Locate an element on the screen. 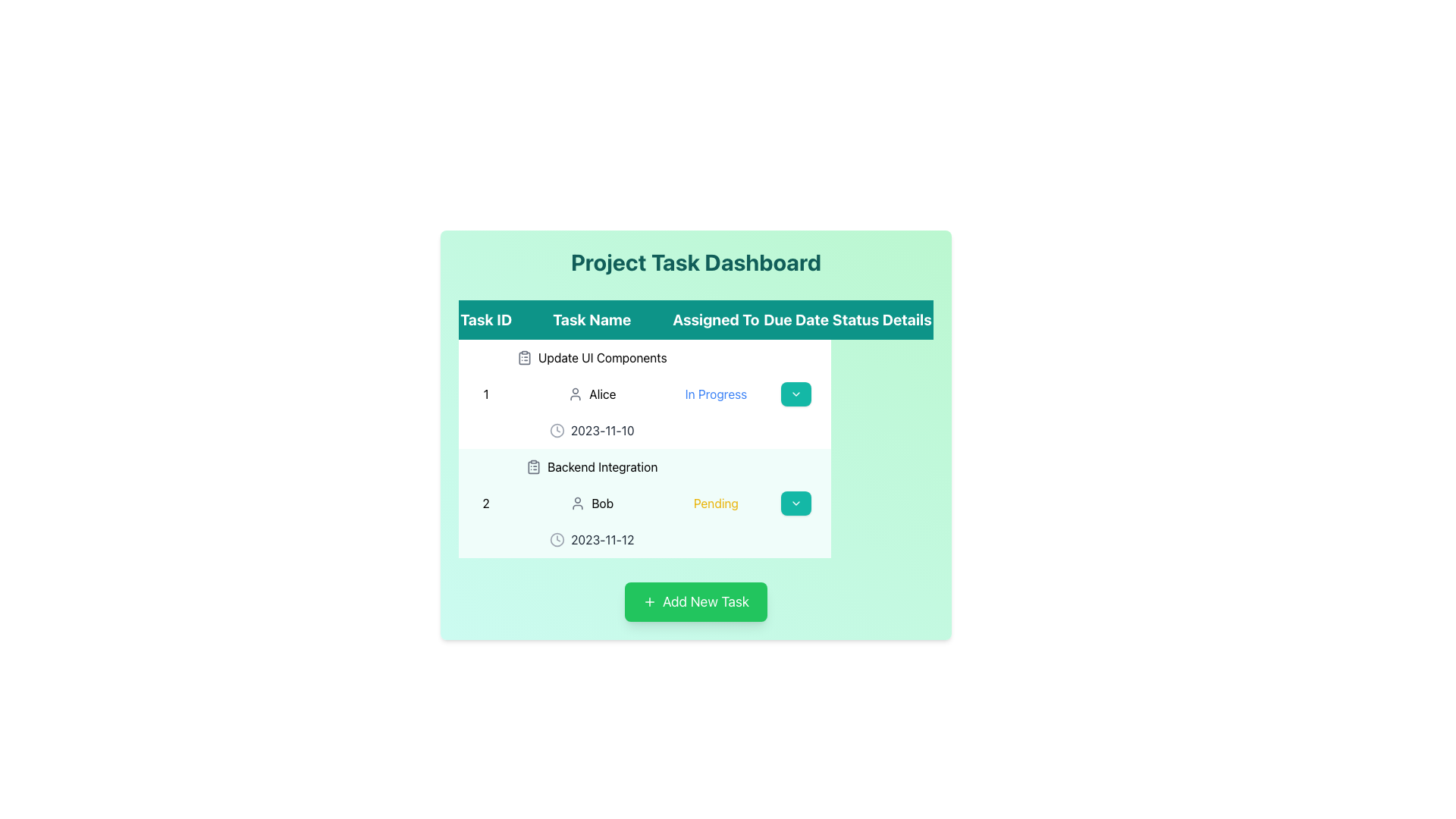  the 'Due Date' header in the table, which is the fourth header located between 'Assigned To' and 'Status' is located at coordinates (795, 318).